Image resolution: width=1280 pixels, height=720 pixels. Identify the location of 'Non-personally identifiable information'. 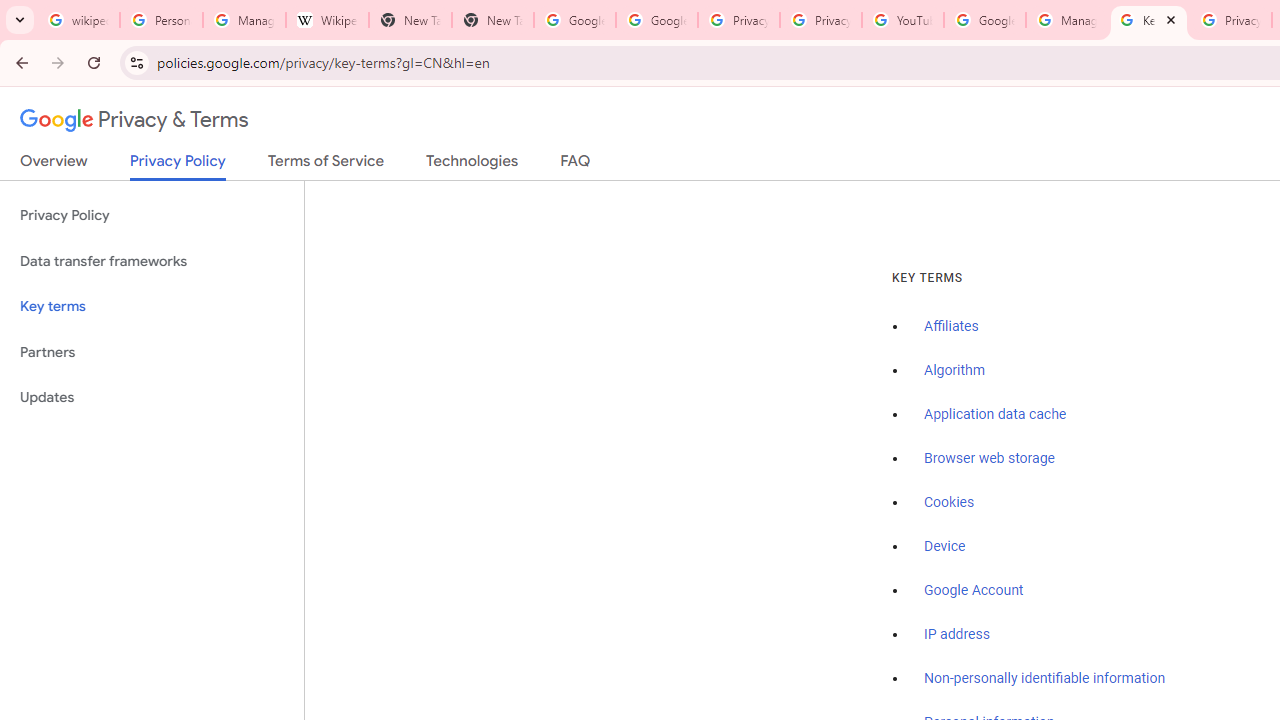
(1044, 678).